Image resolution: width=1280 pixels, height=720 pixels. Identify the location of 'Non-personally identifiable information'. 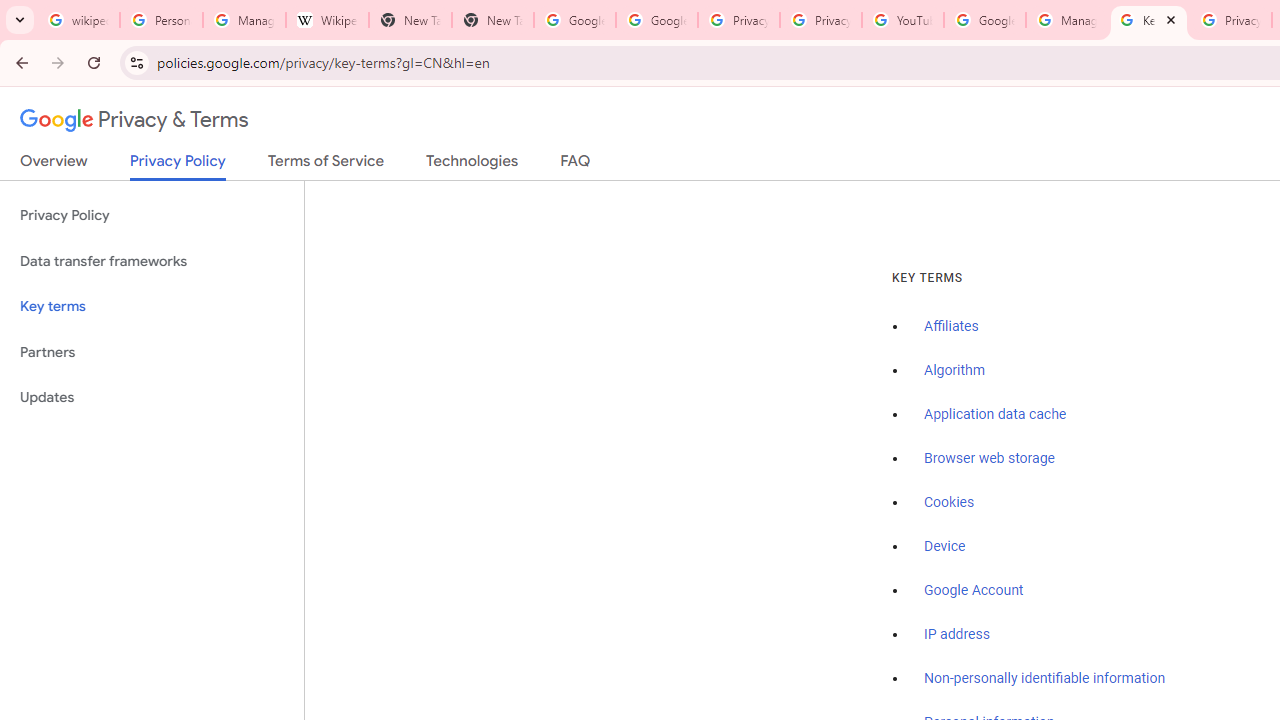
(1044, 678).